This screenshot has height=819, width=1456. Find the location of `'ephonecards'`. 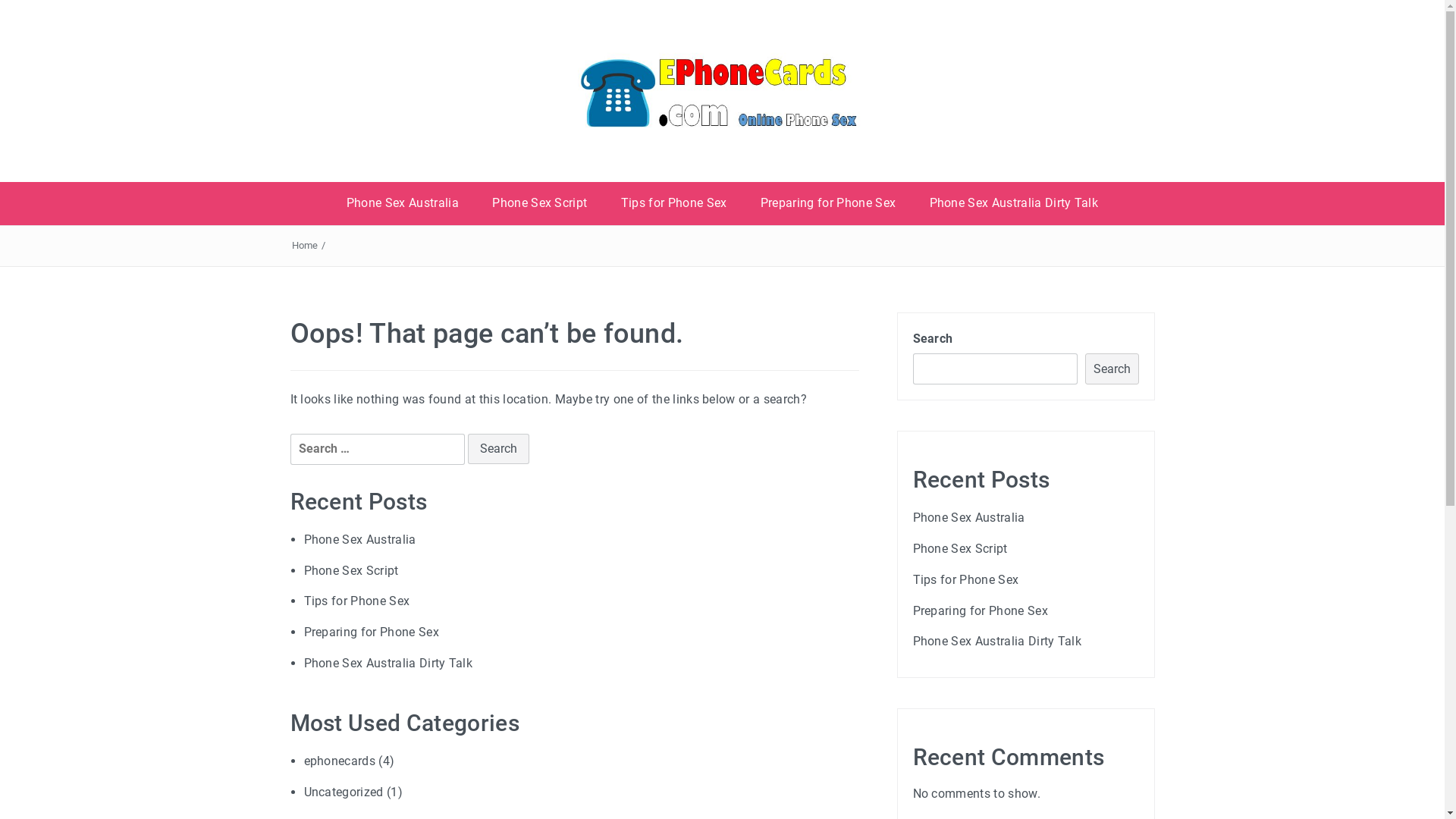

'ephonecards' is located at coordinates (303, 761).